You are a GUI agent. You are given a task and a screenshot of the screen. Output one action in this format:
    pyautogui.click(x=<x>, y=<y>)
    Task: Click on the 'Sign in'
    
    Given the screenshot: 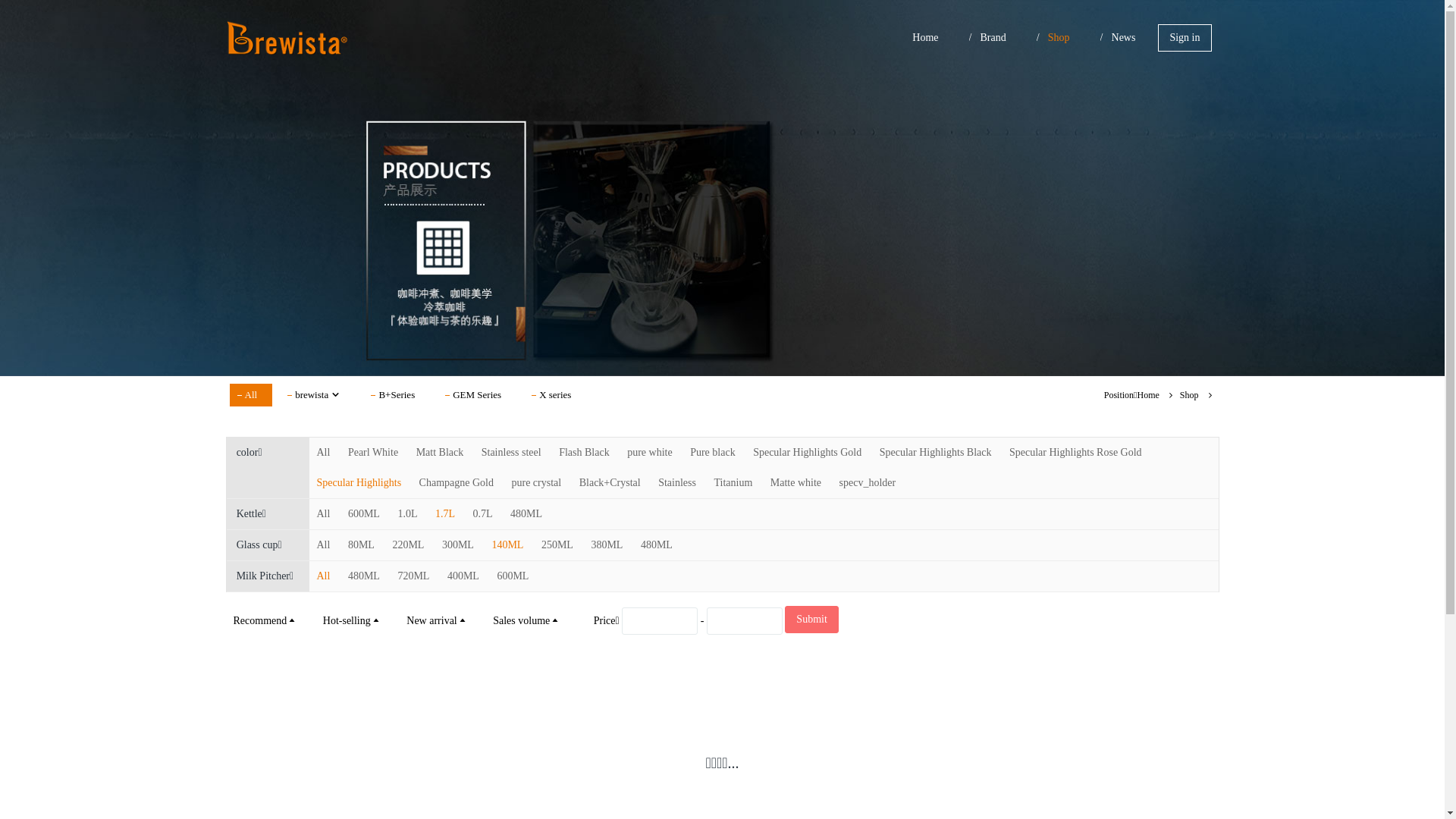 What is the action you would take?
    pyautogui.click(x=1183, y=37)
    